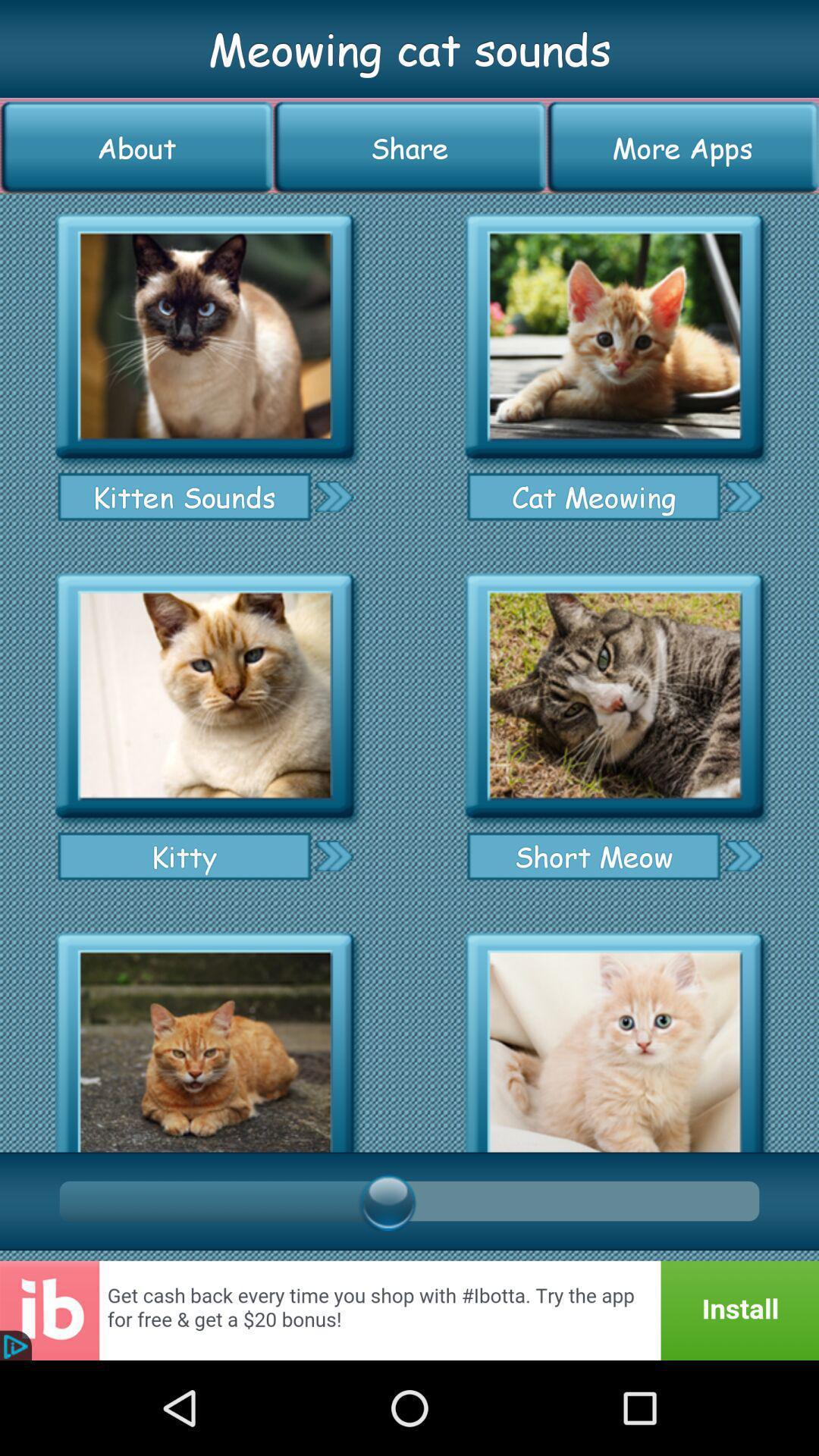  I want to click on the short meow item, so click(593, 856).